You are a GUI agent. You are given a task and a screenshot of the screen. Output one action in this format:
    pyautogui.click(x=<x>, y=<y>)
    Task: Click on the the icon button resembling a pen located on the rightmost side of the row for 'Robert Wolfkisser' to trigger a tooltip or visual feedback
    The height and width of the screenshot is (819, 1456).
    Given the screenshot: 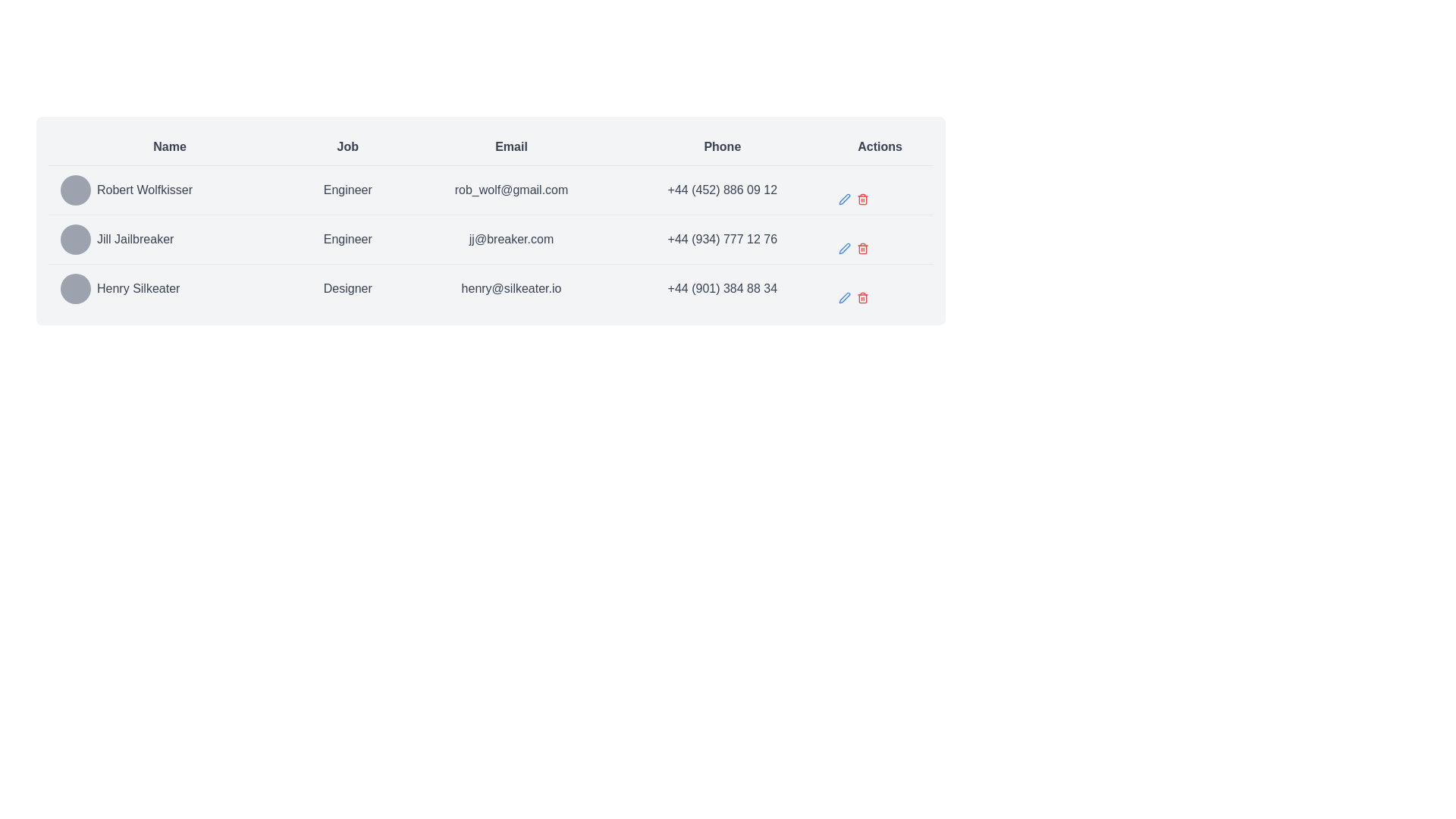 What is the action you would take?
    pyautogui.click(x=843, y=247)
    